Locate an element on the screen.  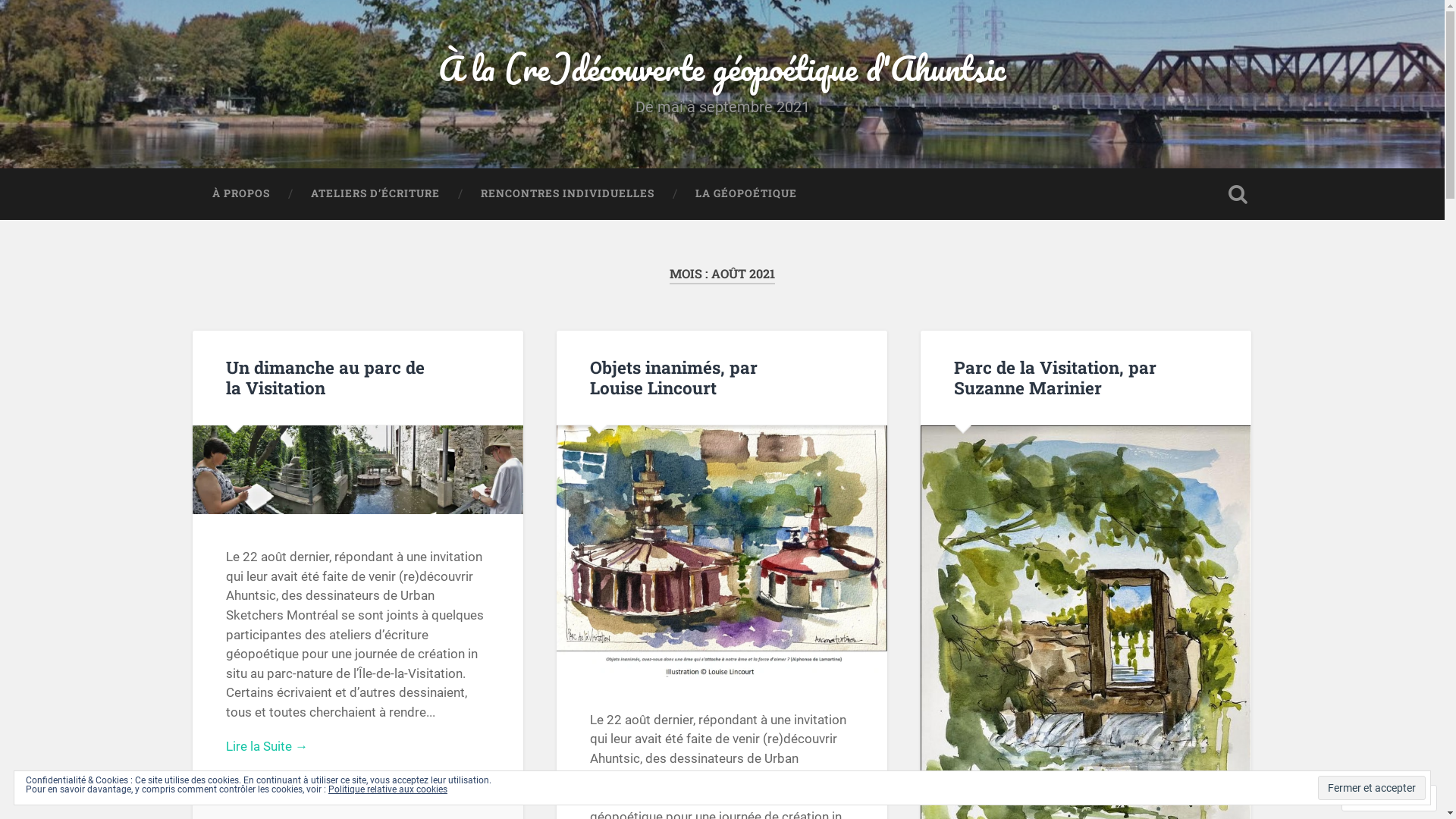
'Fermer et accepter' is located at coordinates (1372, 786).